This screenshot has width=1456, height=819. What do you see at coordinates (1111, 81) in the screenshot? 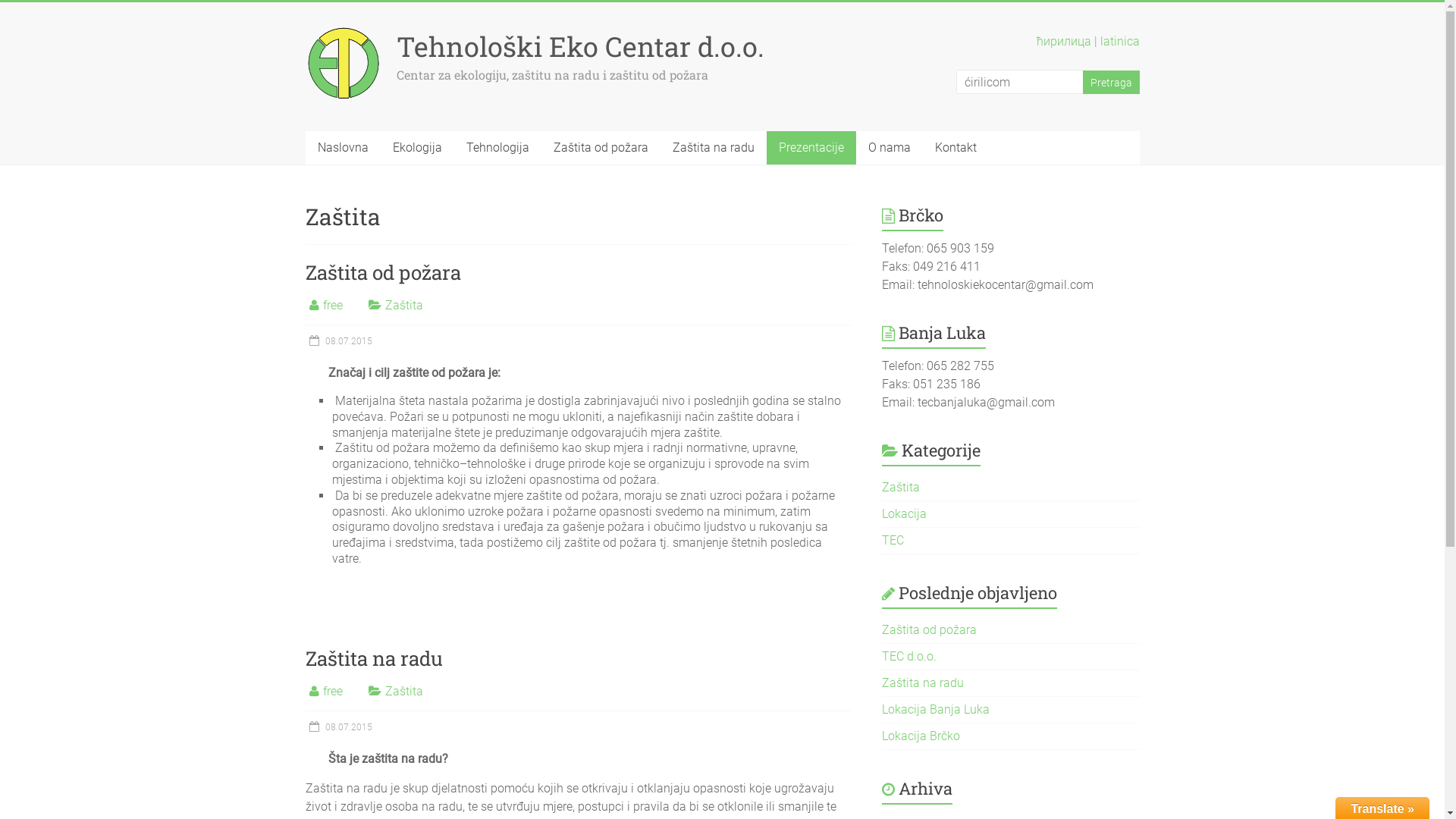
I see `'Pretraga'` at bounding box center [1111, 81].